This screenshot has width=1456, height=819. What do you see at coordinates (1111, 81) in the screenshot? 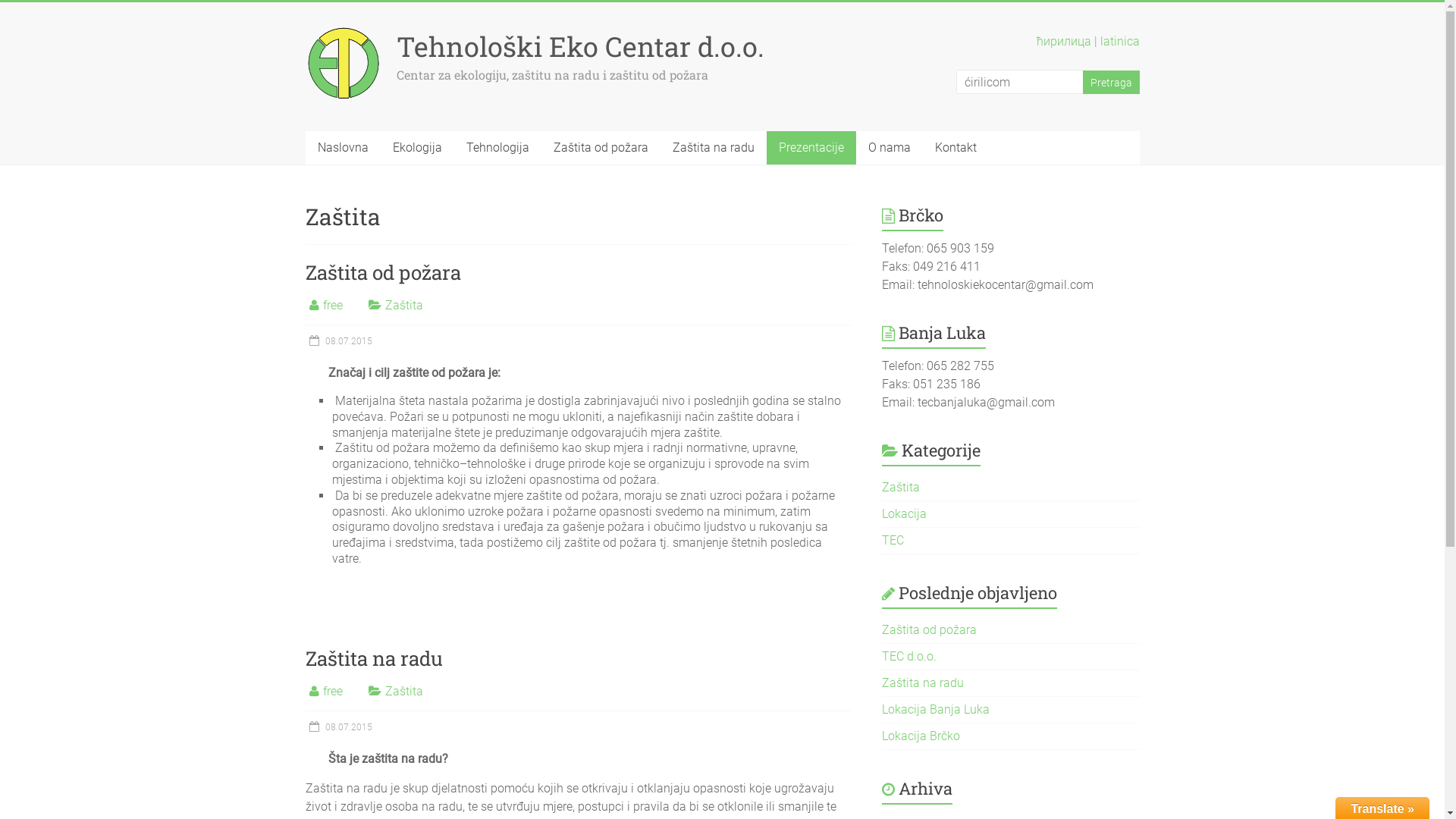
I see `'Pretraga'` at bounding box center [1111, 81].